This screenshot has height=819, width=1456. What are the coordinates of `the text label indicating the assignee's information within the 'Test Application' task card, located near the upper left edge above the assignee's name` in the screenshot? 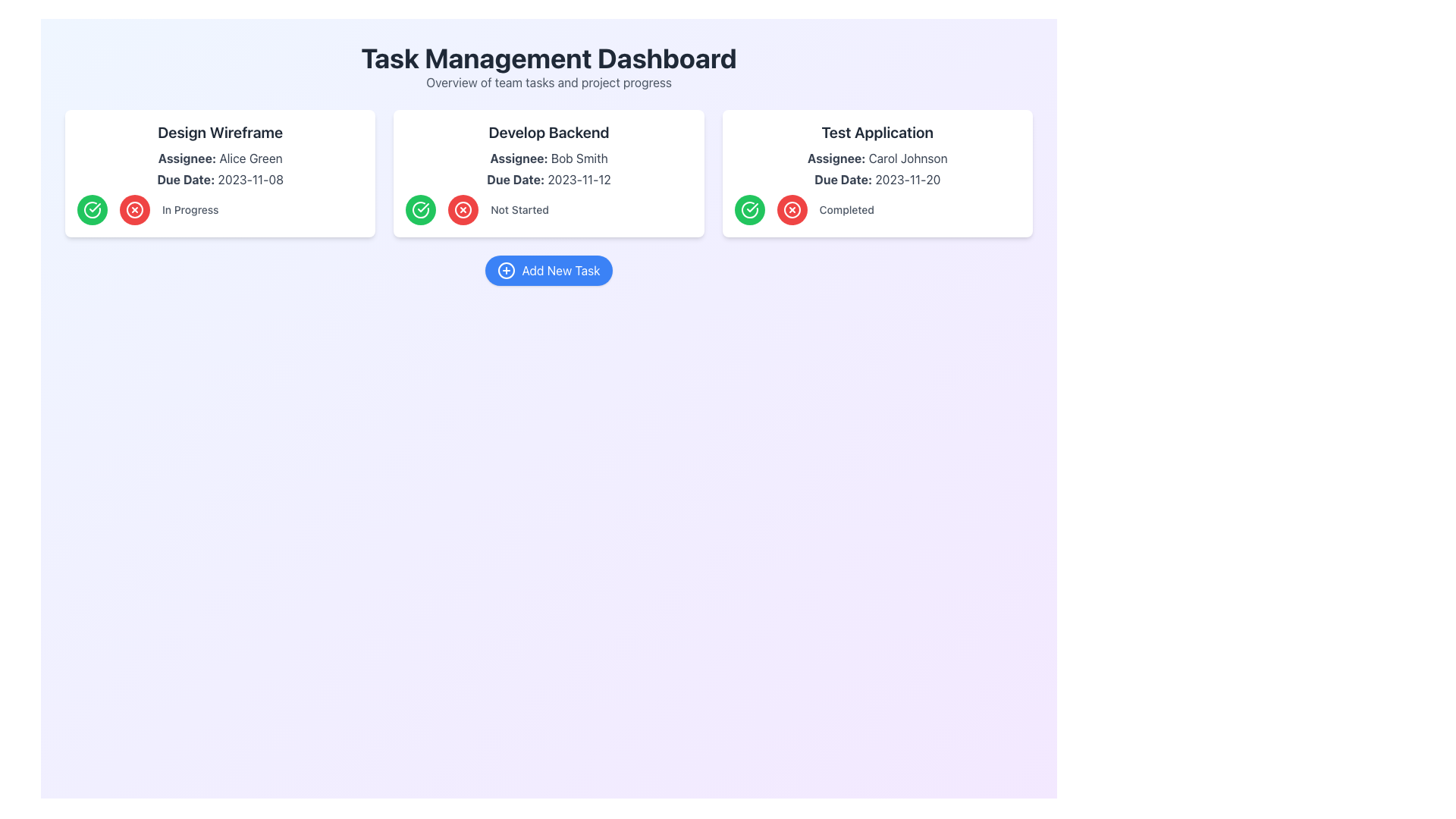 It's located at (836, 158).